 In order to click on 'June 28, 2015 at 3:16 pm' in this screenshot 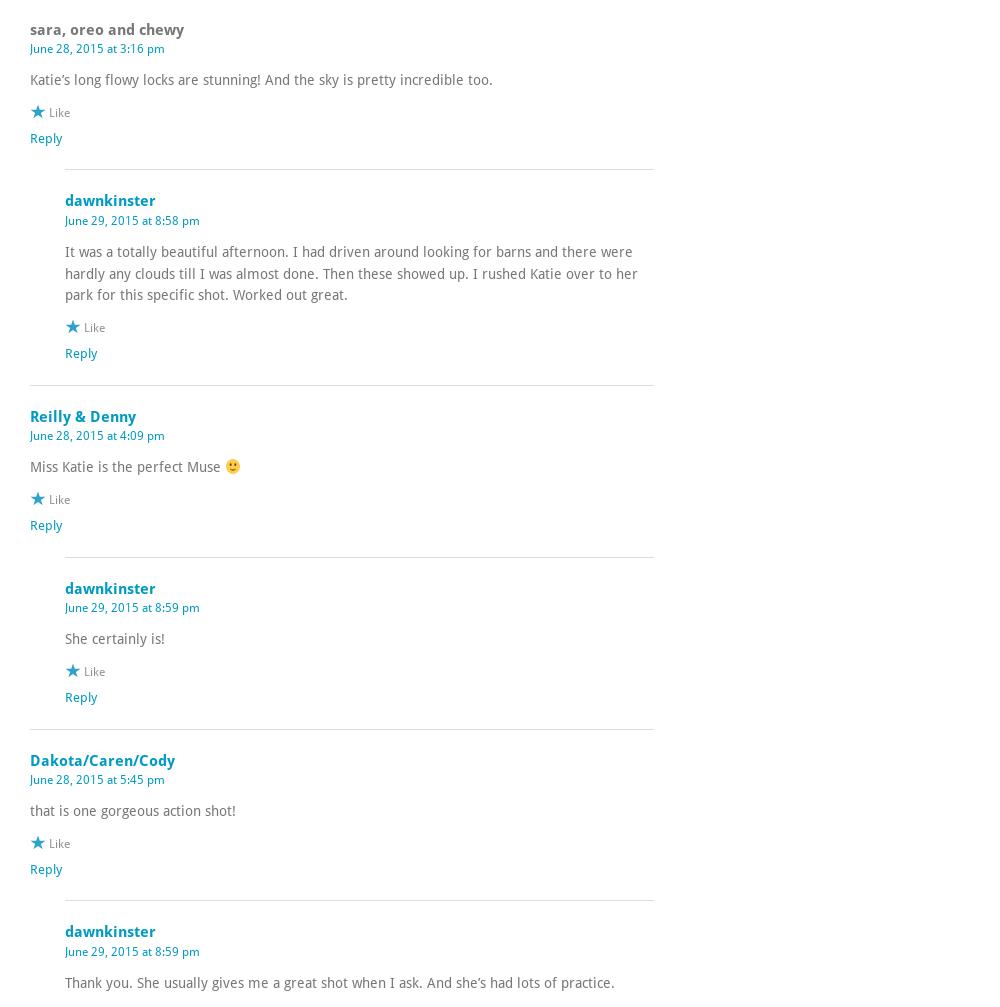, I will do `click(96, 49)`.